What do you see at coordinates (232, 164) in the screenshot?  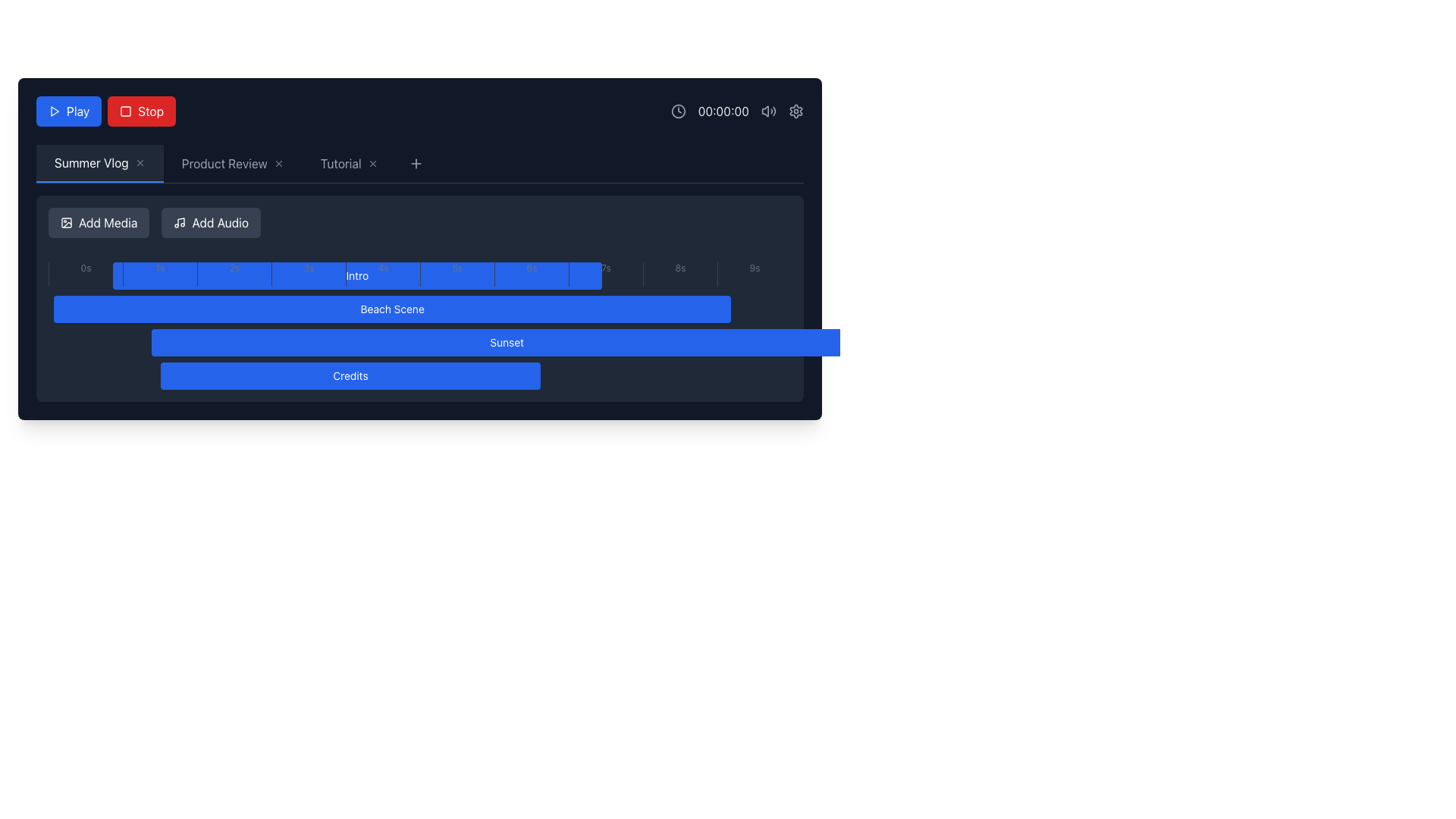 I see `the 'Product Review' tab in the horizontal tab menu` at bounding box center [232, 164].